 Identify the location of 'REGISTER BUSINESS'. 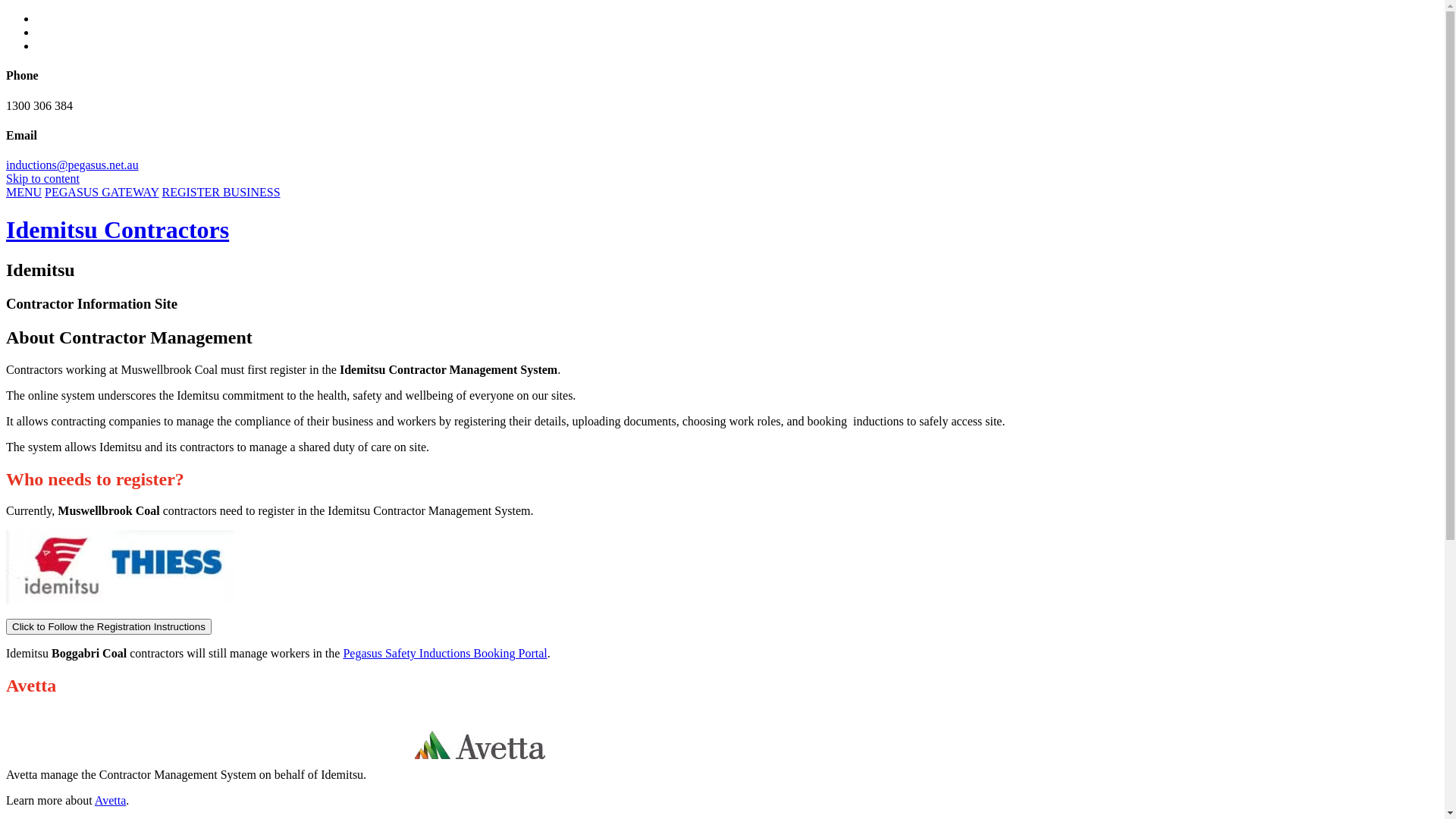
(221, 191).